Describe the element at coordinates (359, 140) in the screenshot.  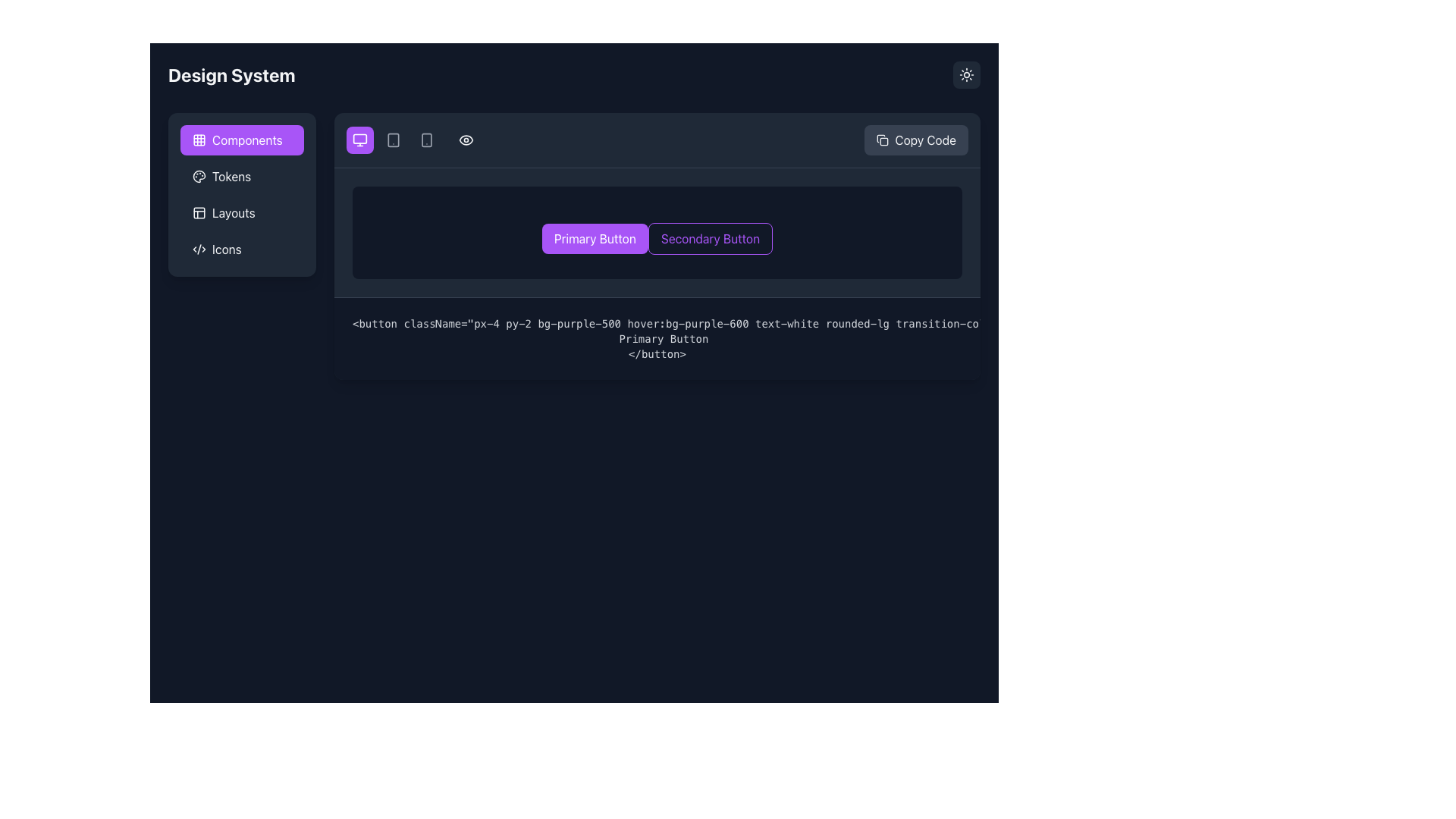
I see `the monitor icon button located inside the purple button at the upper portion of the interface` at that location.